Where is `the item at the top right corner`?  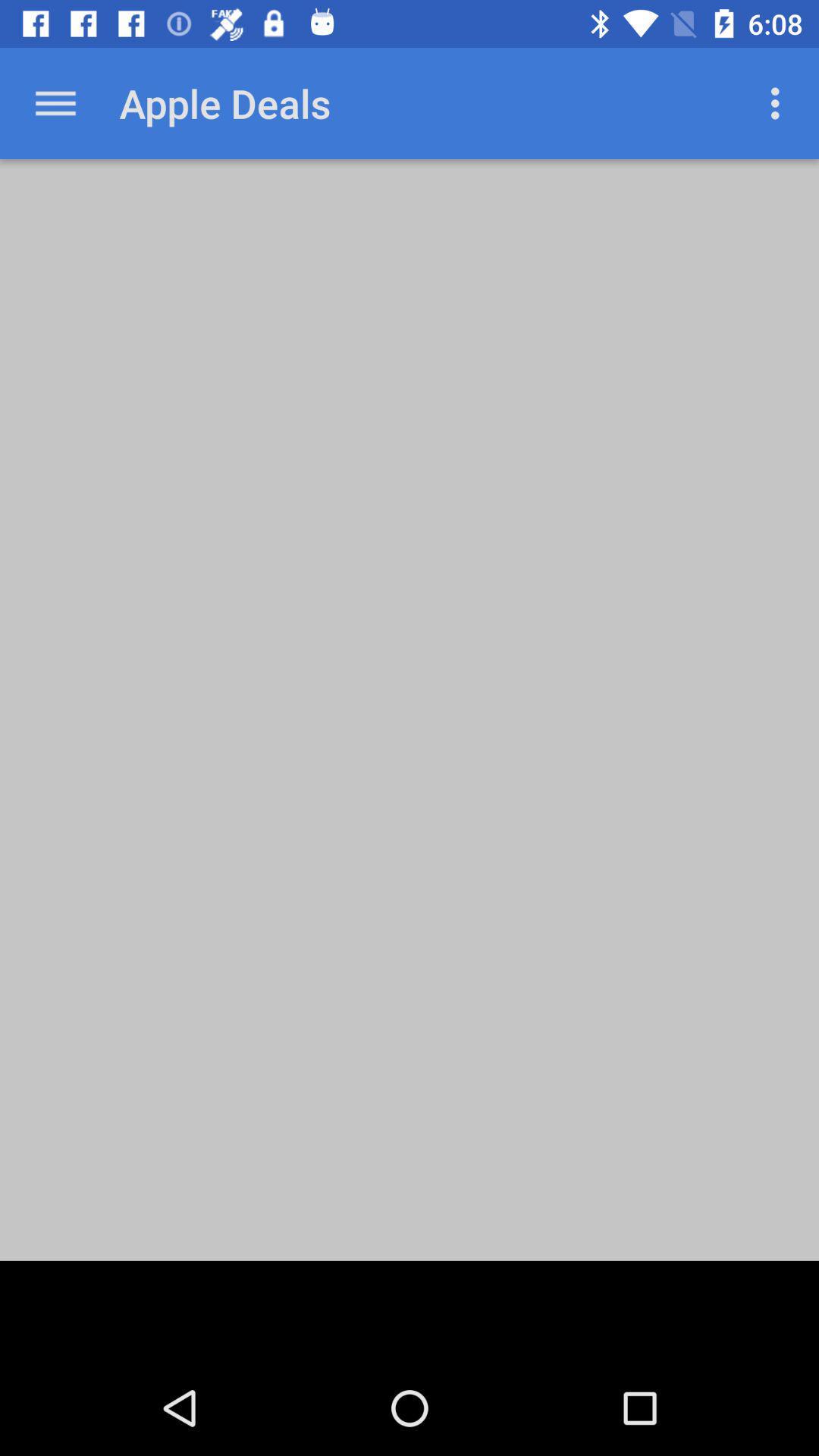 the item at the top right corner is located at coordinates (779, 102).